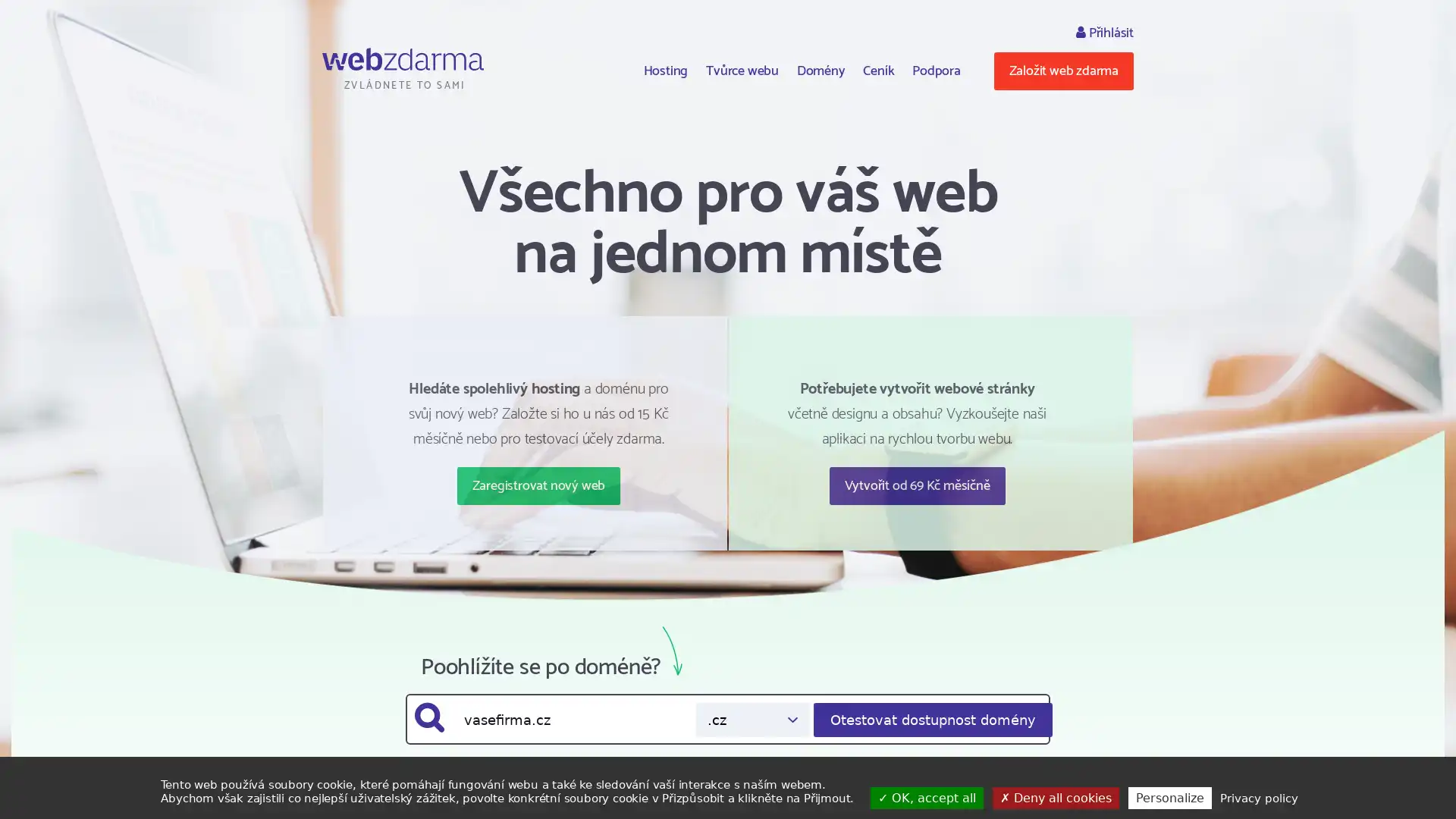 The image size is (1456, 819). I want to click on Deny all cookies, so click(1054, 797).